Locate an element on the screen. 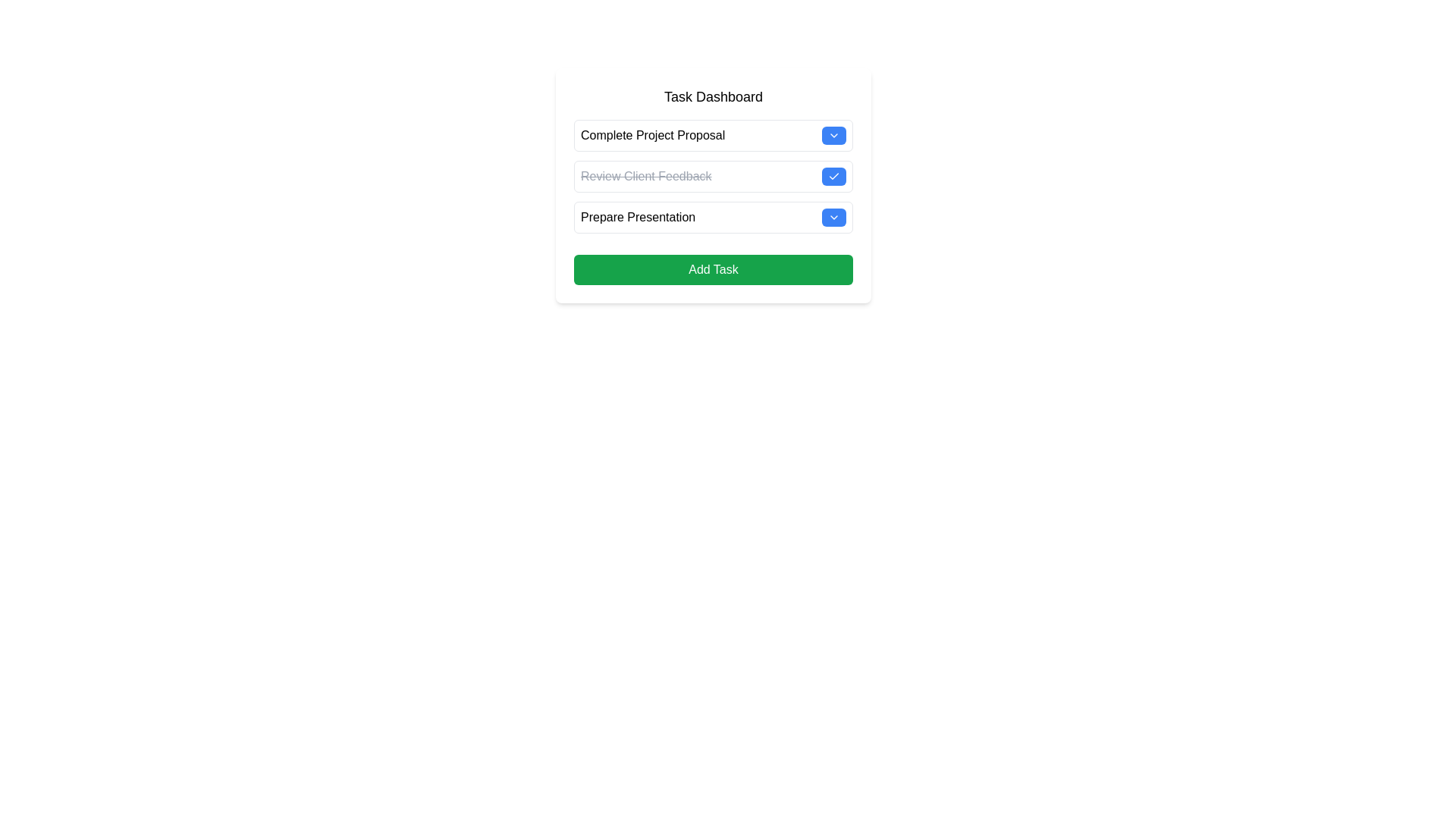 This screenshot has height=819, width=1456. the task title area of the 'Complete Project Proposal' task item, which features a dropdown button, to perform potential actions is located at coordinates (712, 134).